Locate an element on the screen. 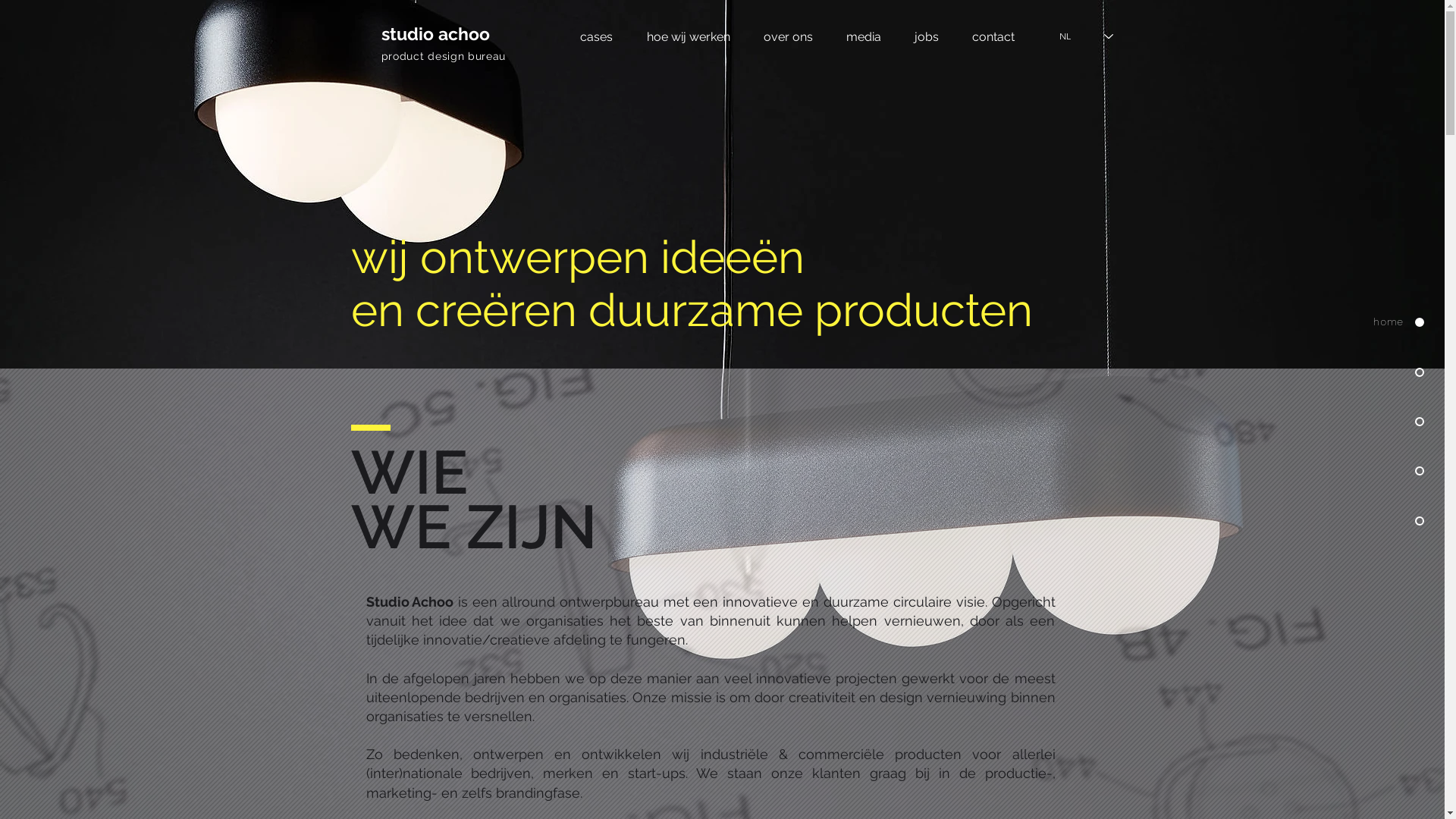  'cases' is located at coordinates (595, 36).